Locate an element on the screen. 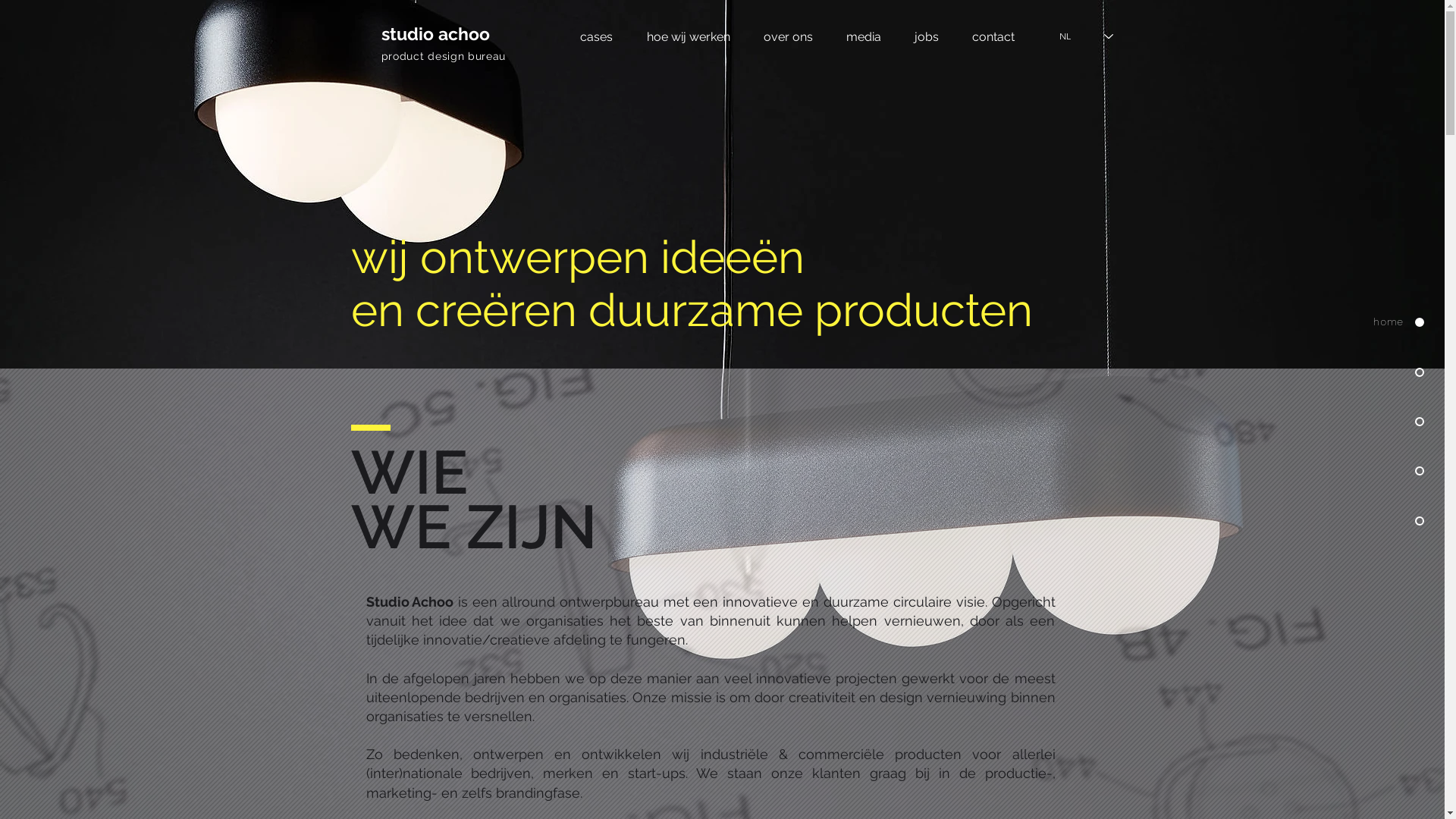  'cases' is located at coordinates (595, 36).